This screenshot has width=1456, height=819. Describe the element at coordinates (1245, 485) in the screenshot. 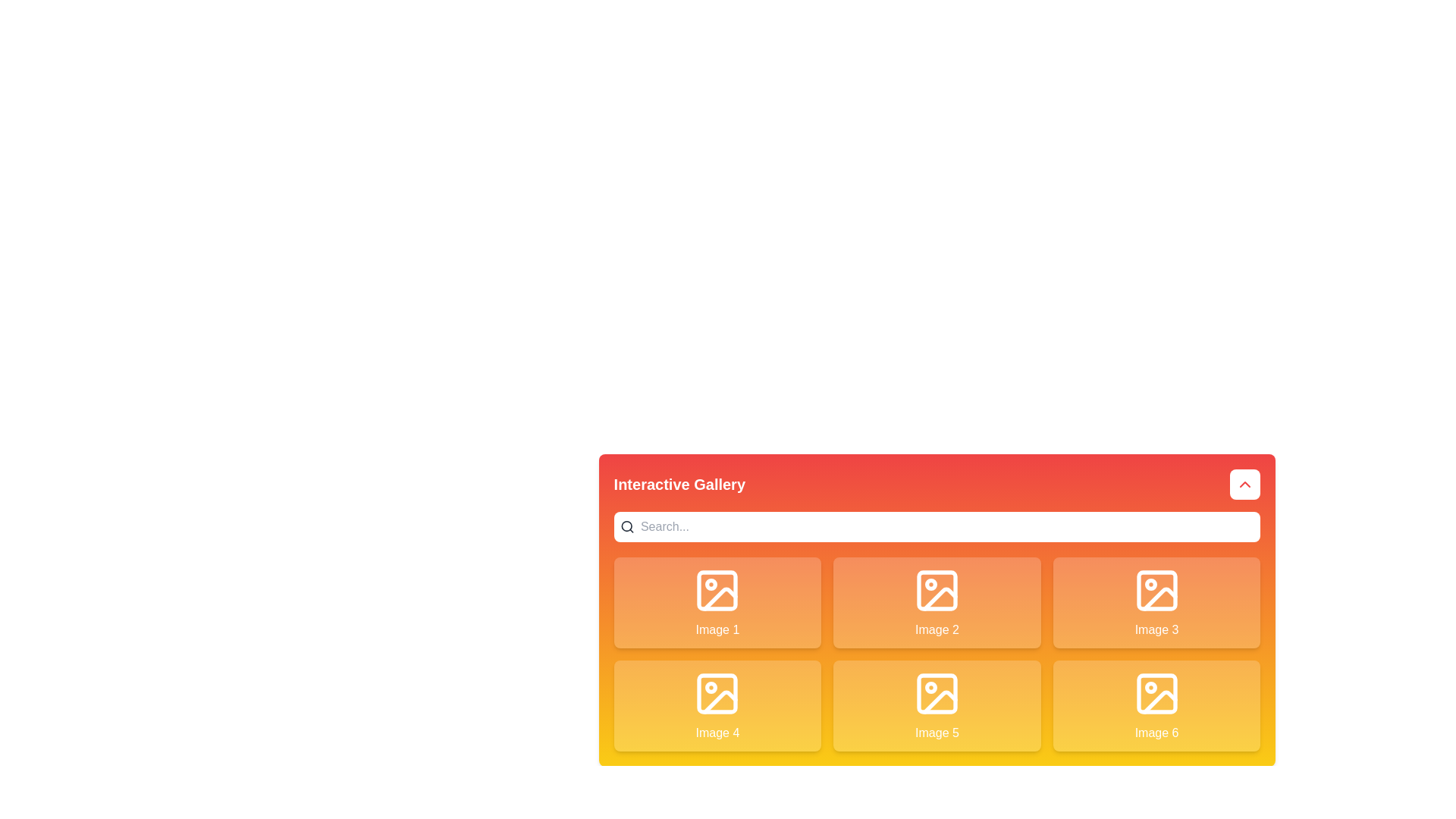

I see `the button in the top-right corner of the 'Interactive Gallery' section header, which is indicated by the upward-pointing chevron icon, to change its background color` at that location.